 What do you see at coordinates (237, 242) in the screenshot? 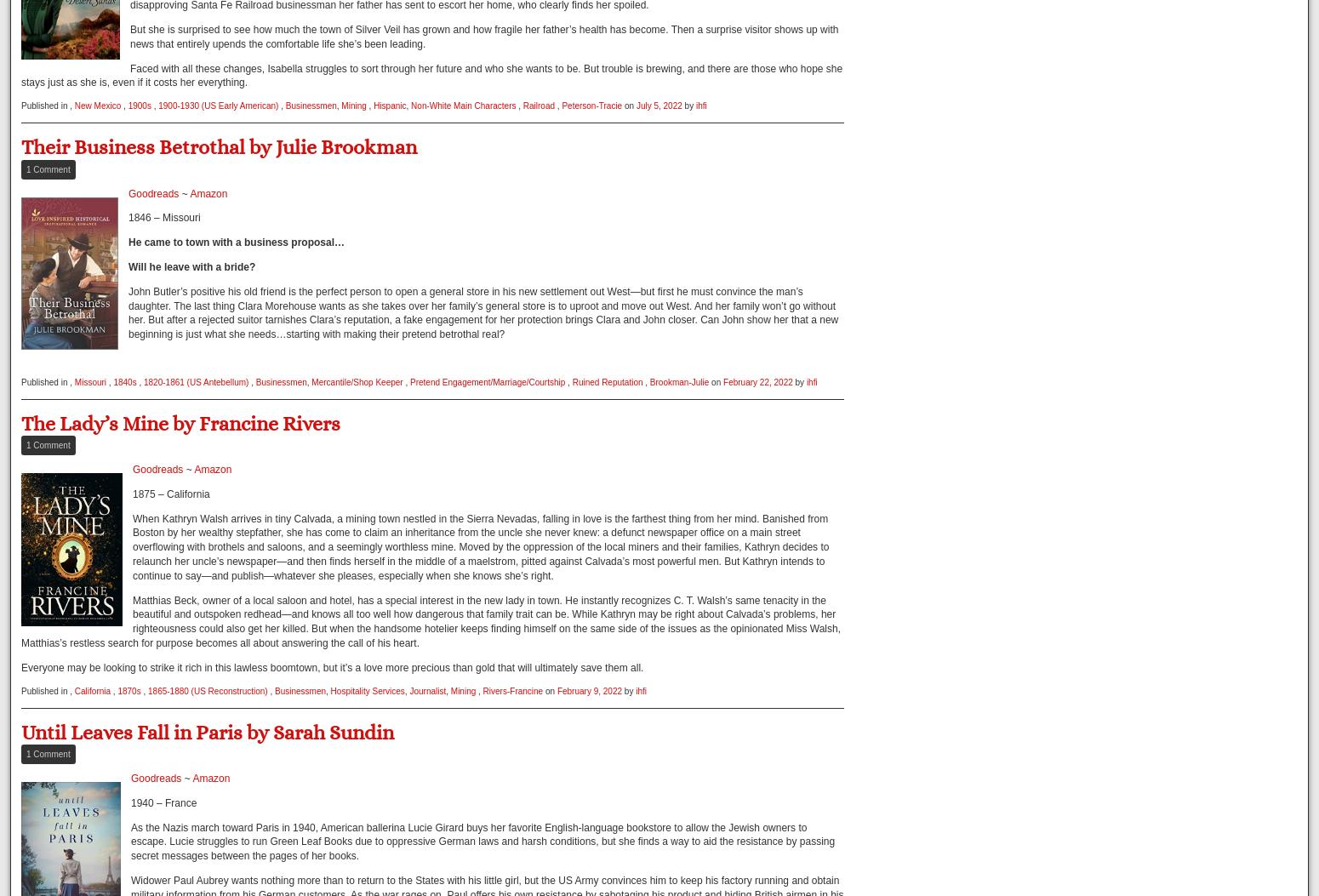
I see `'He came to town with a business proposal…'` at bounding box center [237, 242].